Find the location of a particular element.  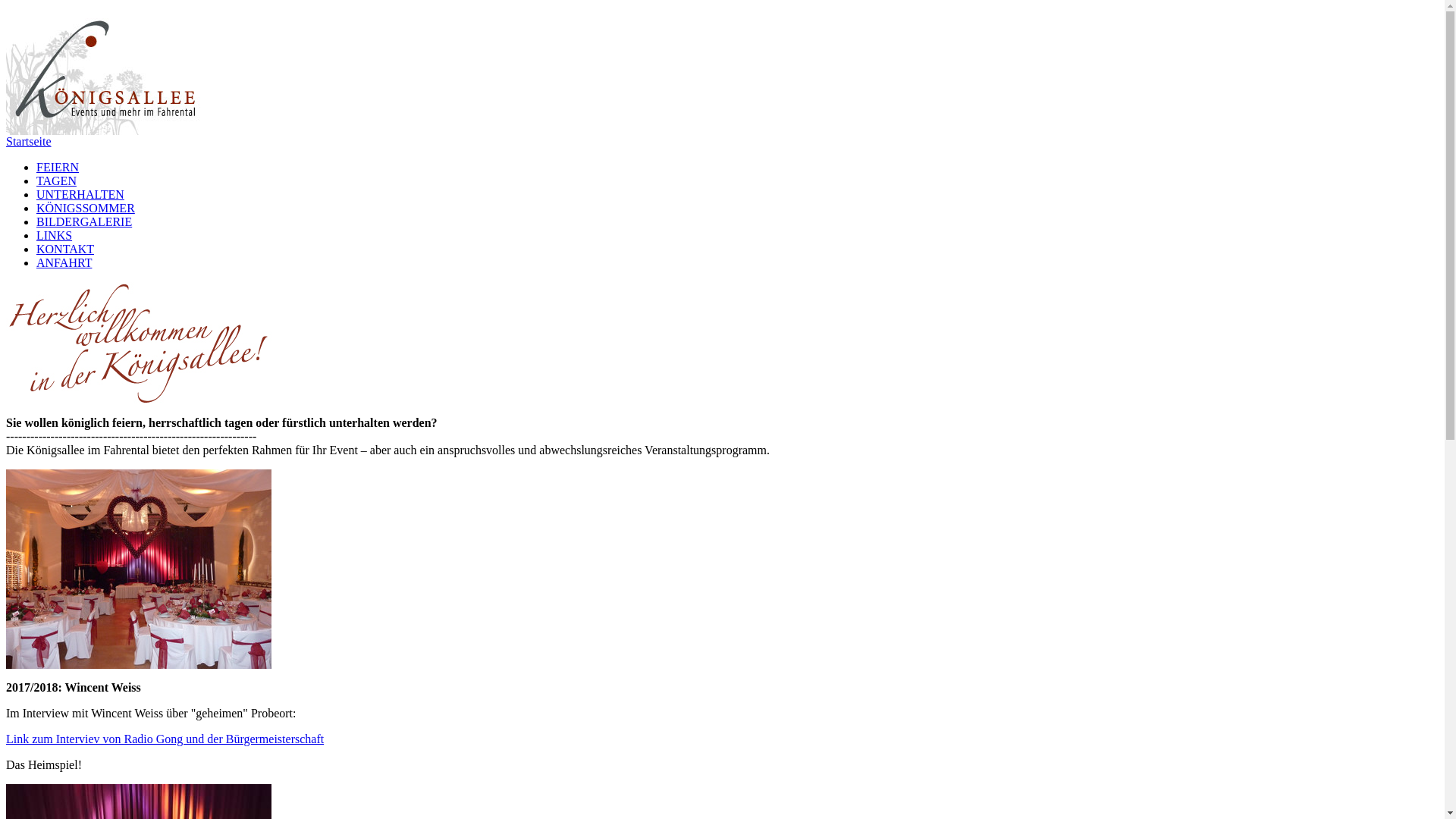

'UNTERHALTEN' is located at coordinates (36, 193).